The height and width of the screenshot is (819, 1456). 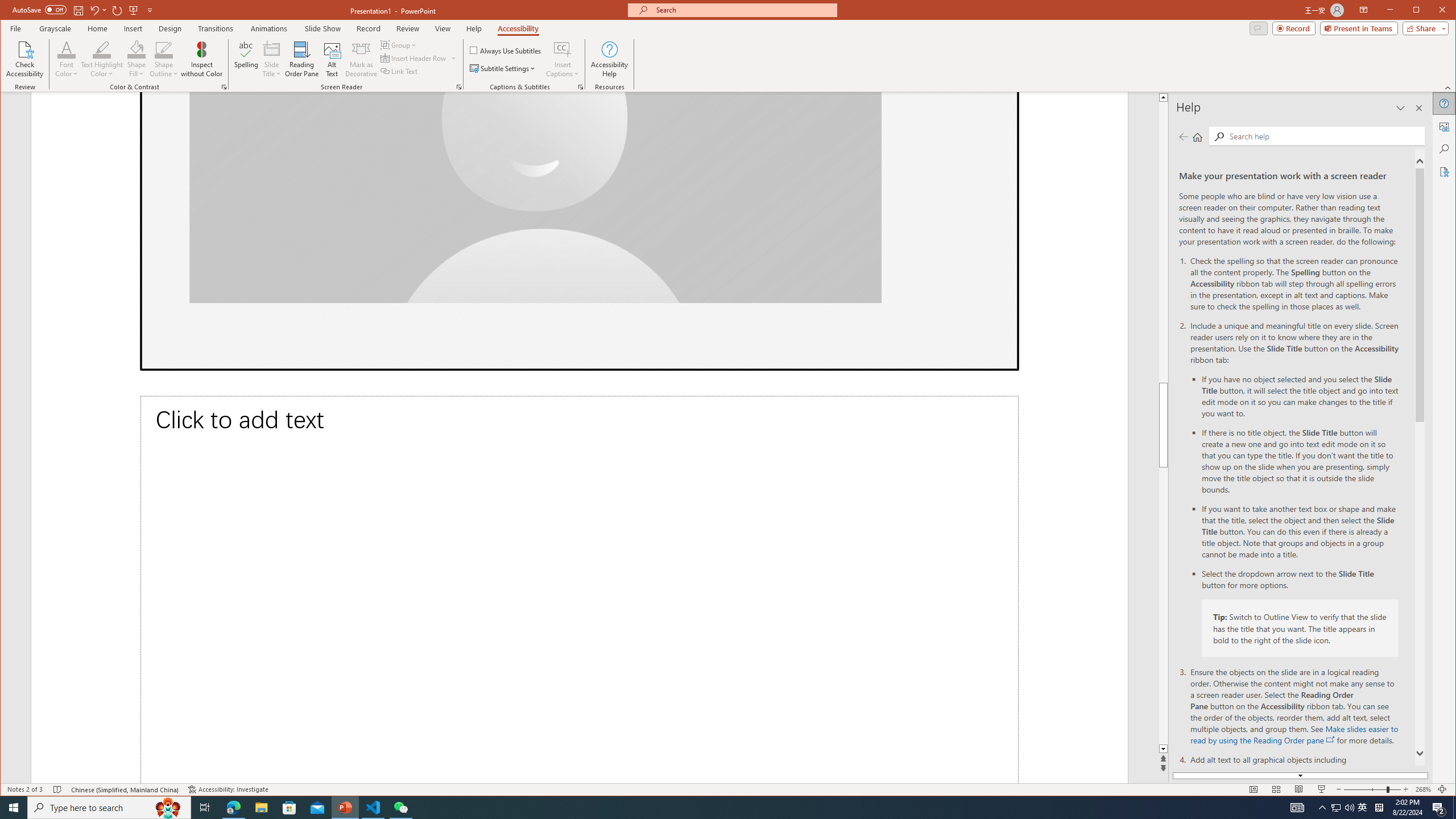 What do you see at coordinates (418, 58) in the screenshot?
I see `'Group'` at bounding box center [418, 58].